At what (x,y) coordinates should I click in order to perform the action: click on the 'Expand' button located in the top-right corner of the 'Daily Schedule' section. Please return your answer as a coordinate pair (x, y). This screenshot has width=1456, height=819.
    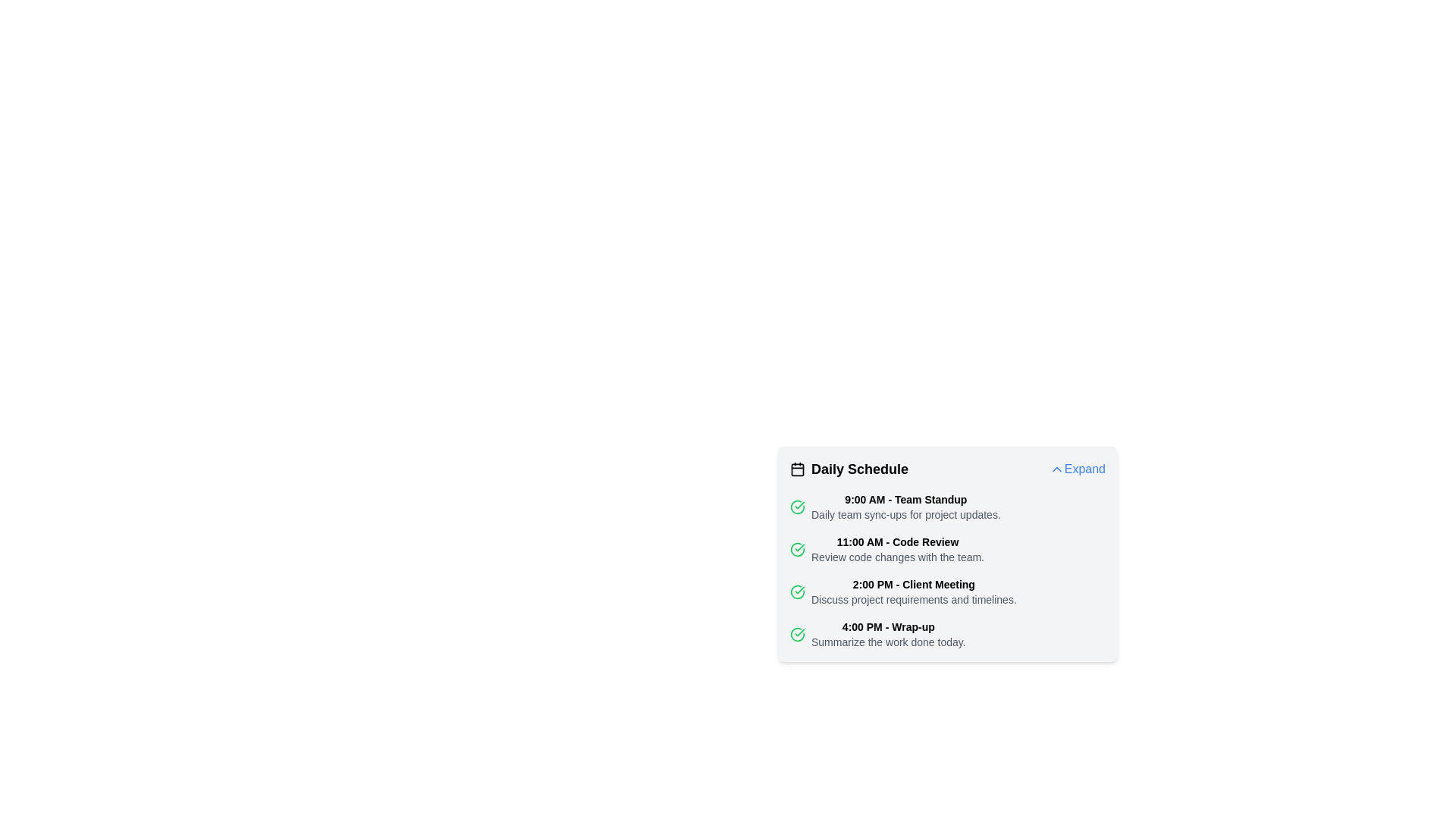
    Looking at the image, I should click on (1076, 468).